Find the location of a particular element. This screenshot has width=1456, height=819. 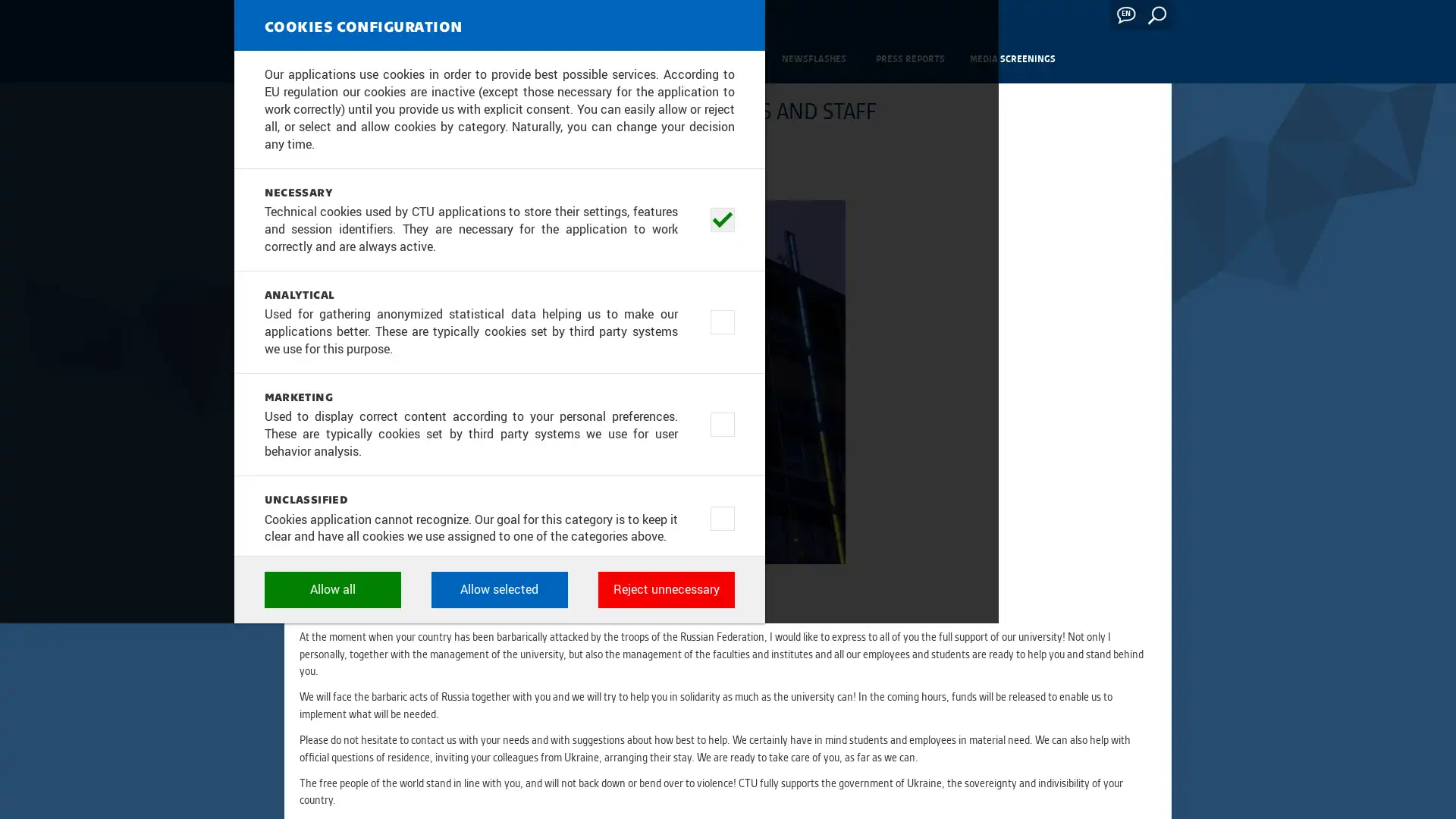

Allow selected is located at coordinates (728, 747).